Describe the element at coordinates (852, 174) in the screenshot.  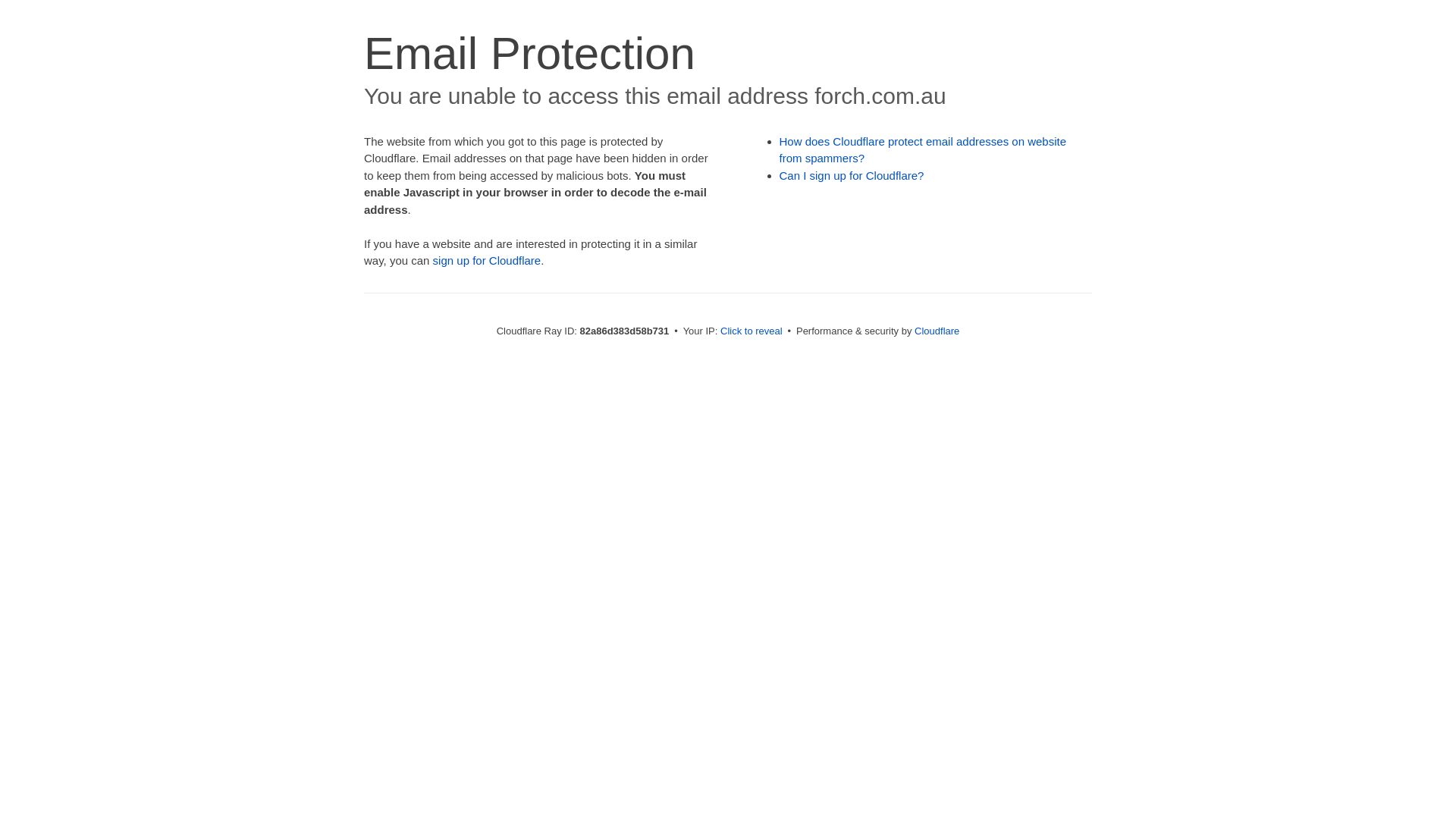
I see `'Can I sign up for Cloudflare?'` at that location.